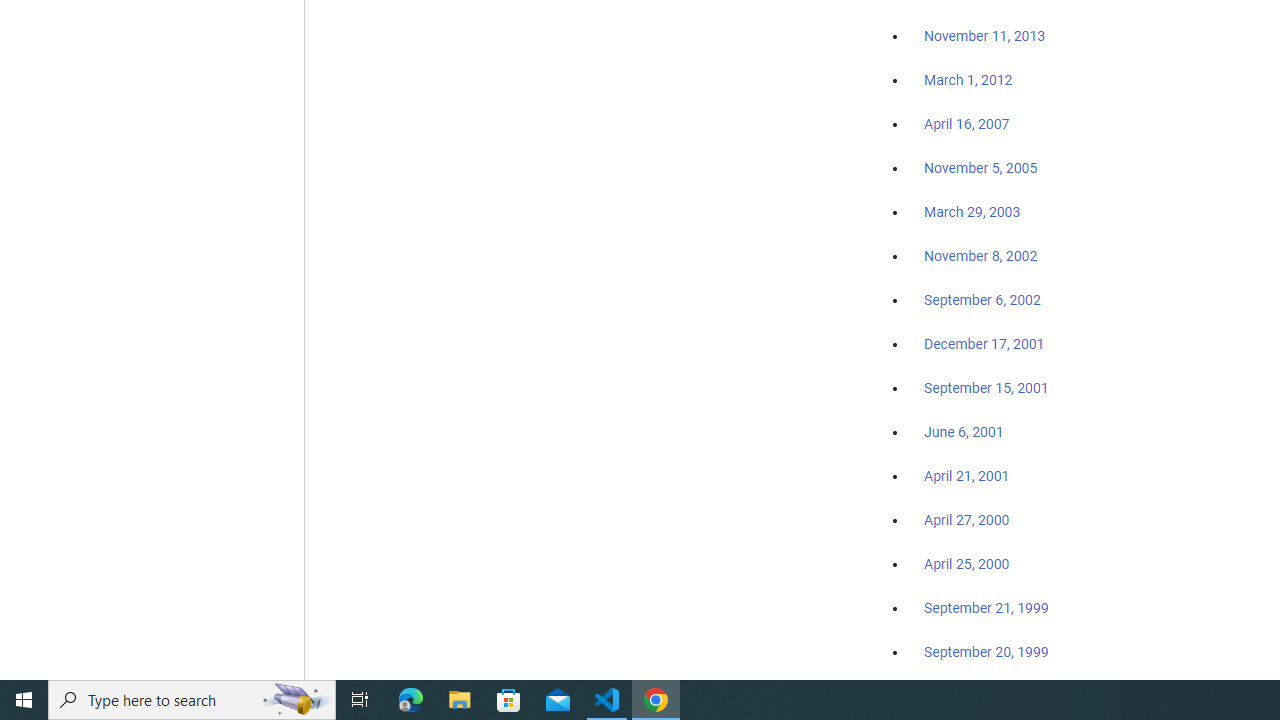  I want to click on 'March 1, 2012', so click(968, 80).